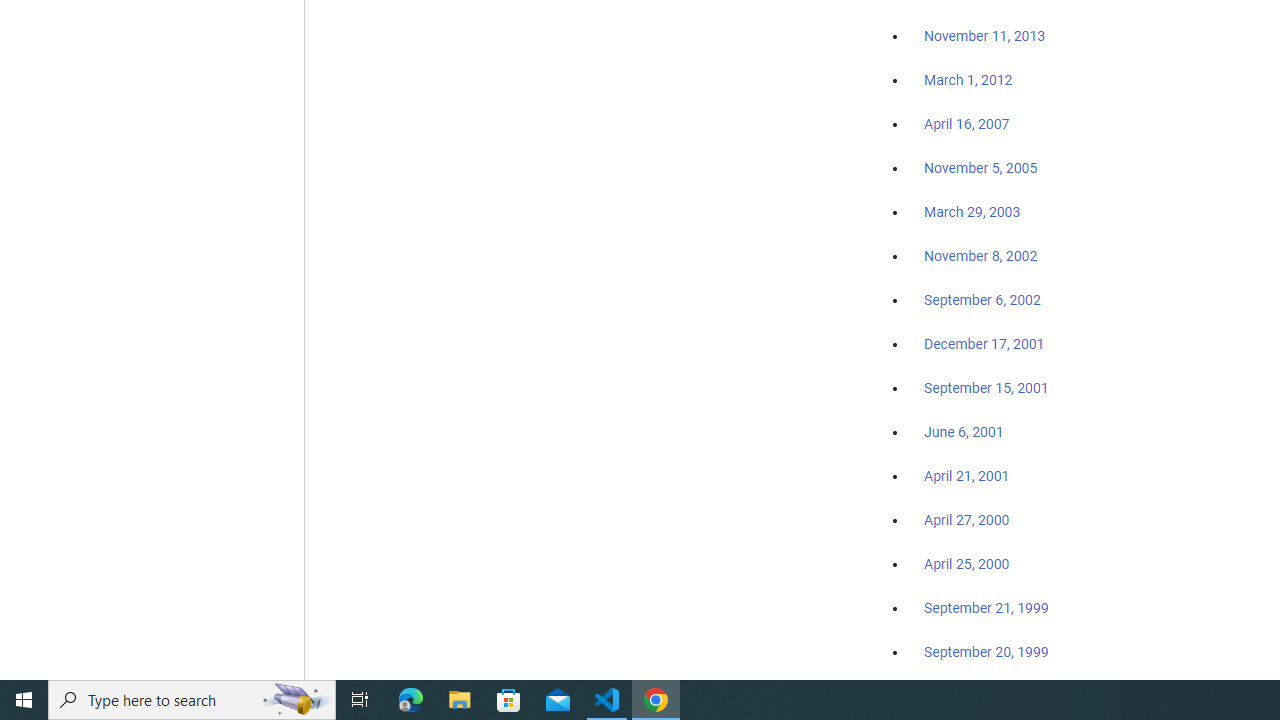  I want to click on 'March 1, 2012', so click(968, 80).